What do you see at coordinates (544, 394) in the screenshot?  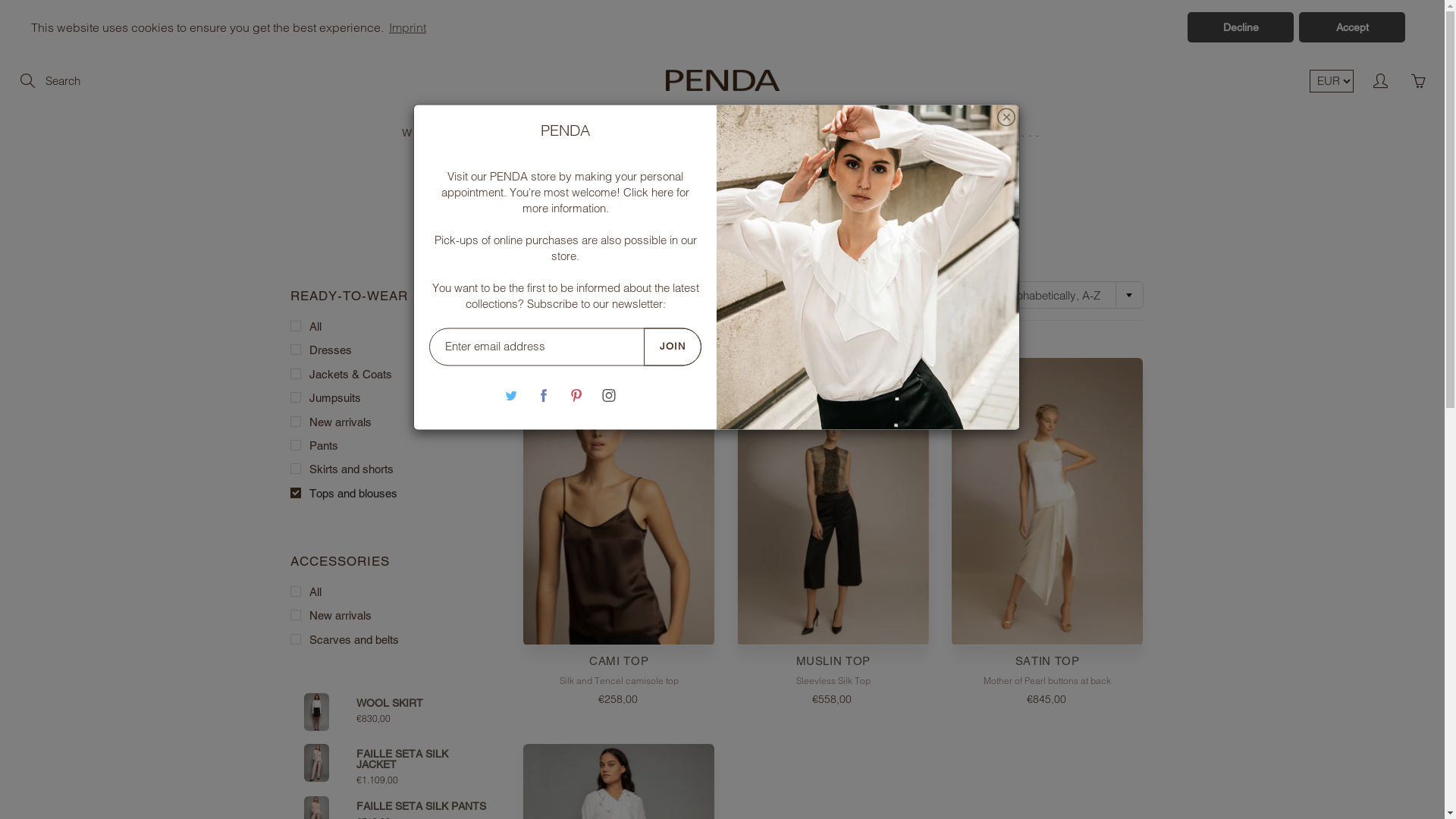 I see `'Facebook'` at bounding box center [544, 394].